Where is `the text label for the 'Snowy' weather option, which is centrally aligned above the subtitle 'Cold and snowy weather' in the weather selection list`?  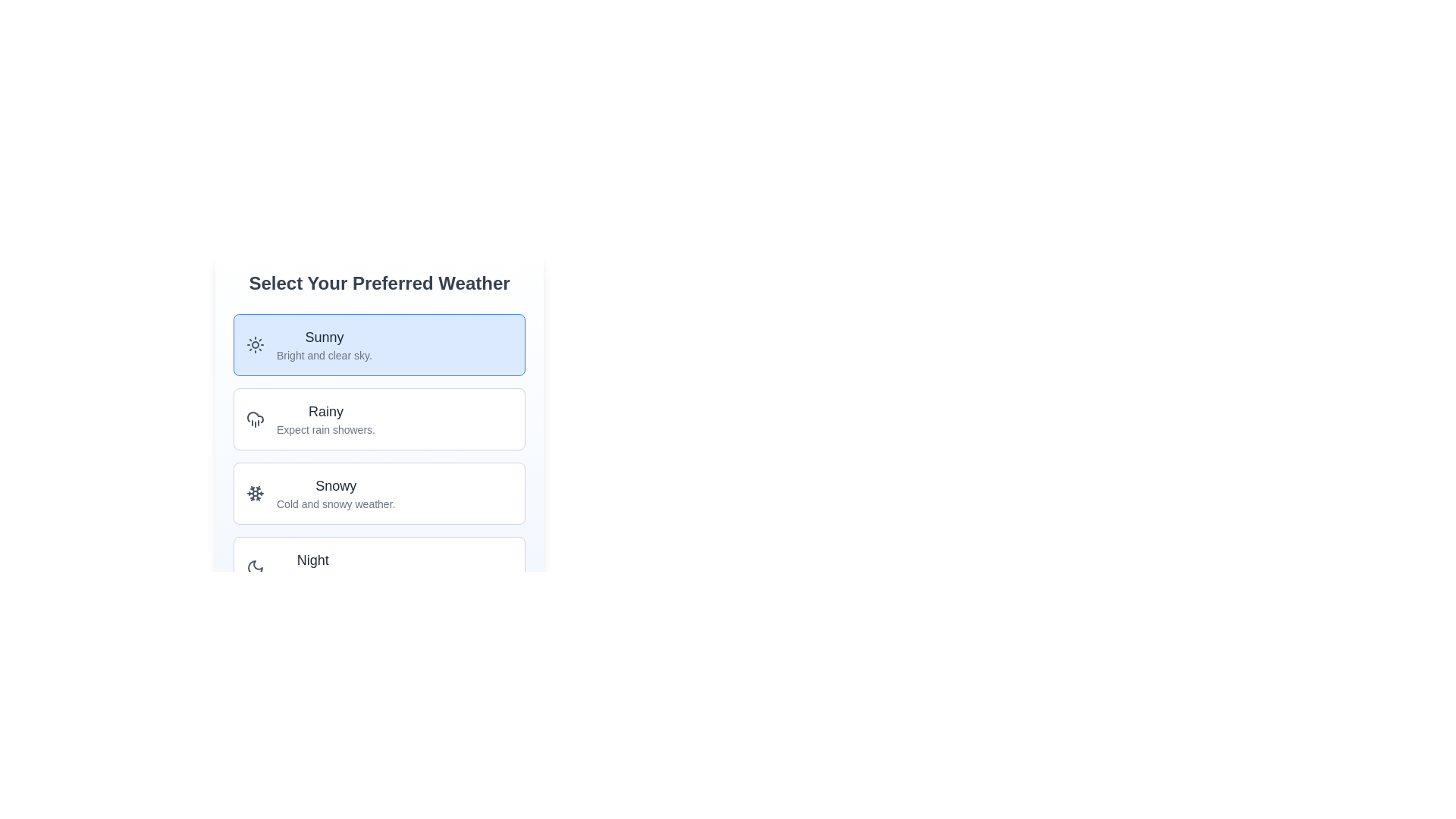
the text label for the 'Snowy' weather option, which is centrally aligned above the subtitle 'Cold and snowy weather' in the weather selection list is located at coordinates (335, 485).